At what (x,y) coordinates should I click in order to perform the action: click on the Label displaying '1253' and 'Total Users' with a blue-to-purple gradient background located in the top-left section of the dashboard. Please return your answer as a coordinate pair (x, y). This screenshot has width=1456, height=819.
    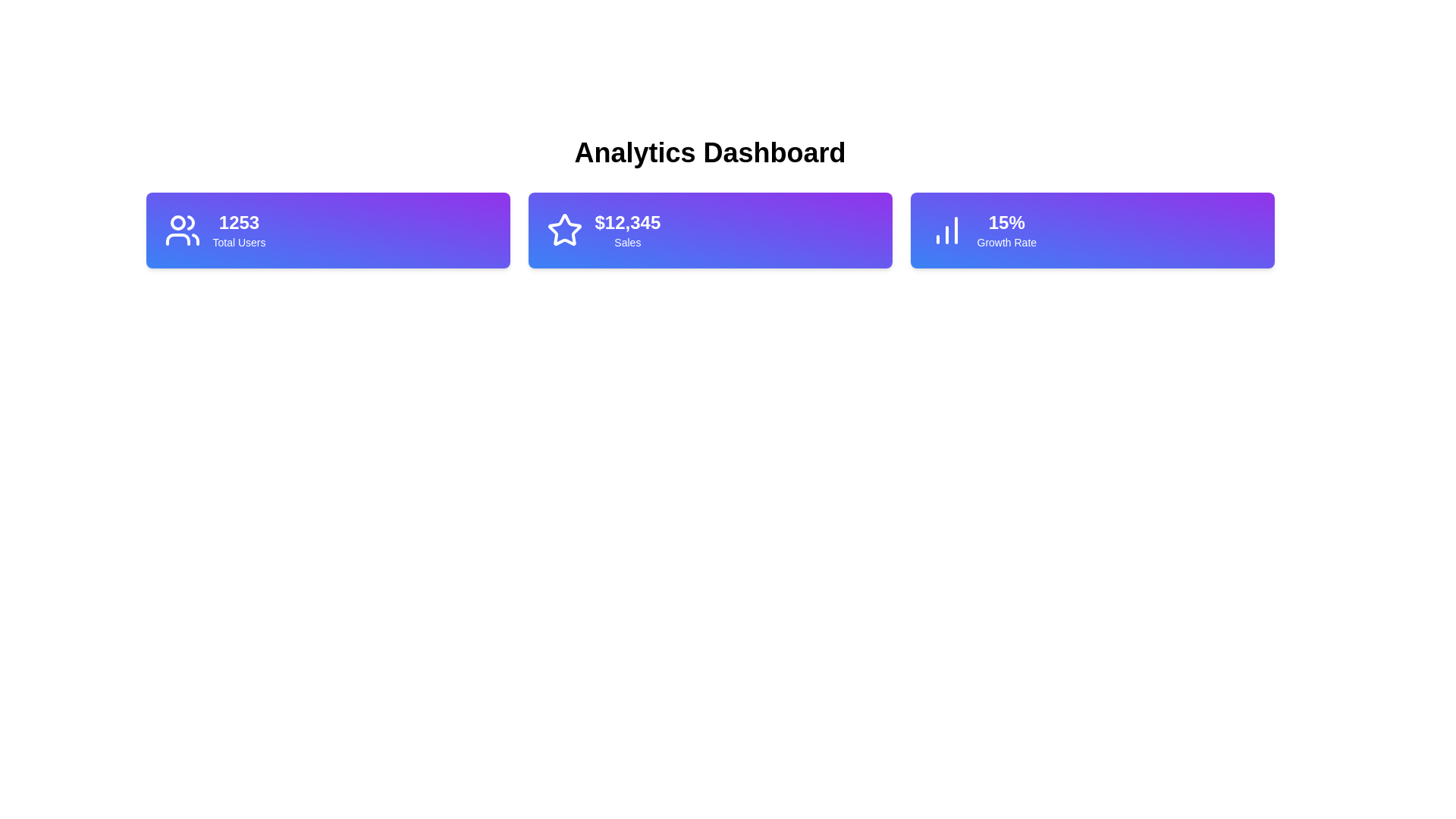
    Looking at the image, I should click on (238, 231).